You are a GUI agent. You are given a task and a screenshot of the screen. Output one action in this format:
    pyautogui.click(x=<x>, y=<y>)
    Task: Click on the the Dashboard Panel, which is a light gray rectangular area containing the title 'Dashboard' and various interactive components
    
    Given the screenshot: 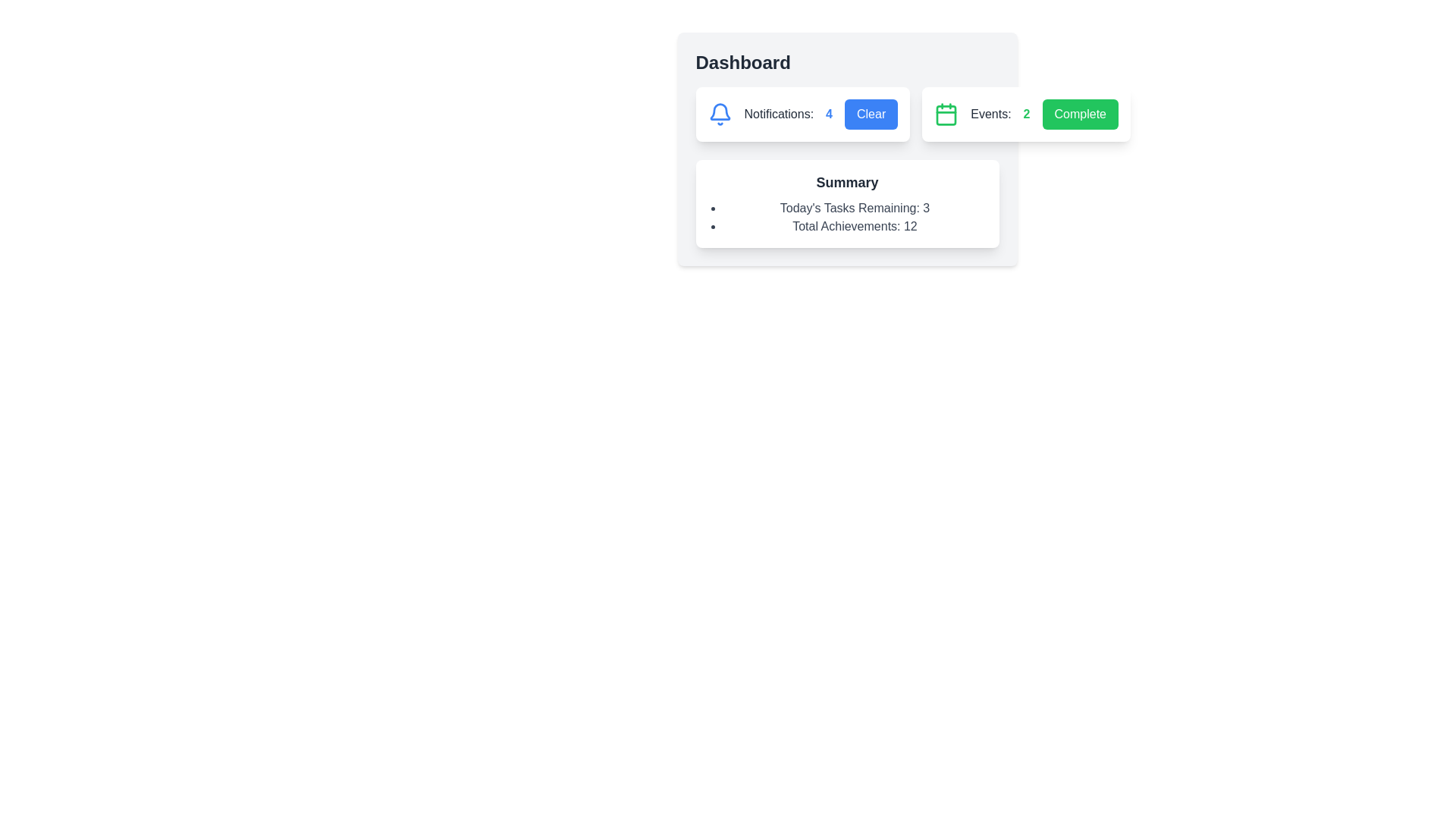 What is the action you would take?
    pyautogui.click(x=846, y=149)
    